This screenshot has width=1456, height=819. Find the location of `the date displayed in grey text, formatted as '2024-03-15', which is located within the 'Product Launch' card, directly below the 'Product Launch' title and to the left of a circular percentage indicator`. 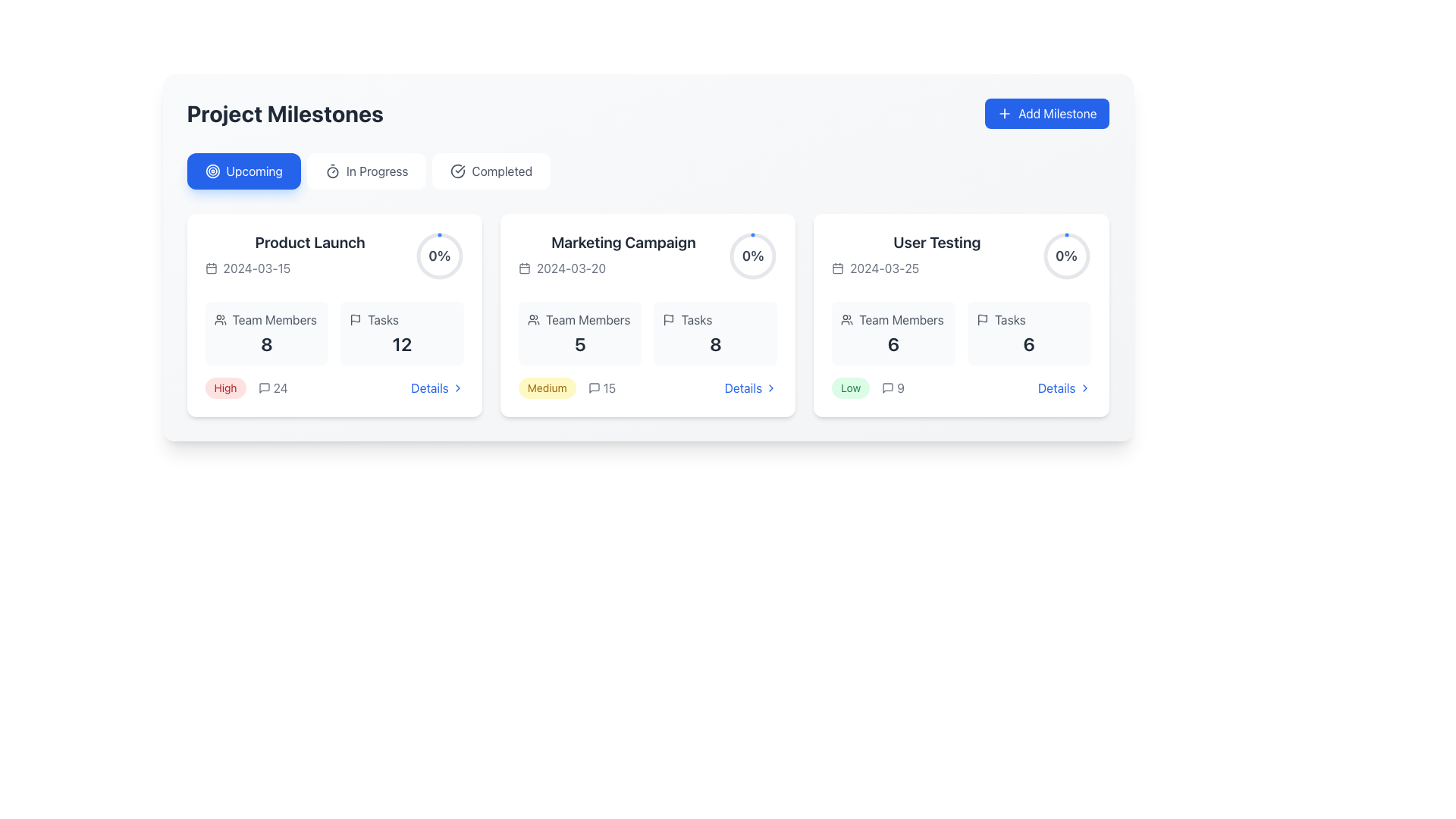

the date displayed in grey text, formatted as '2024-03-15', which is located within the 'Product Launch' card, directly below the 'Product Launch' title and to the left of a circular percentage indicator is located at coordinates (309, 268).